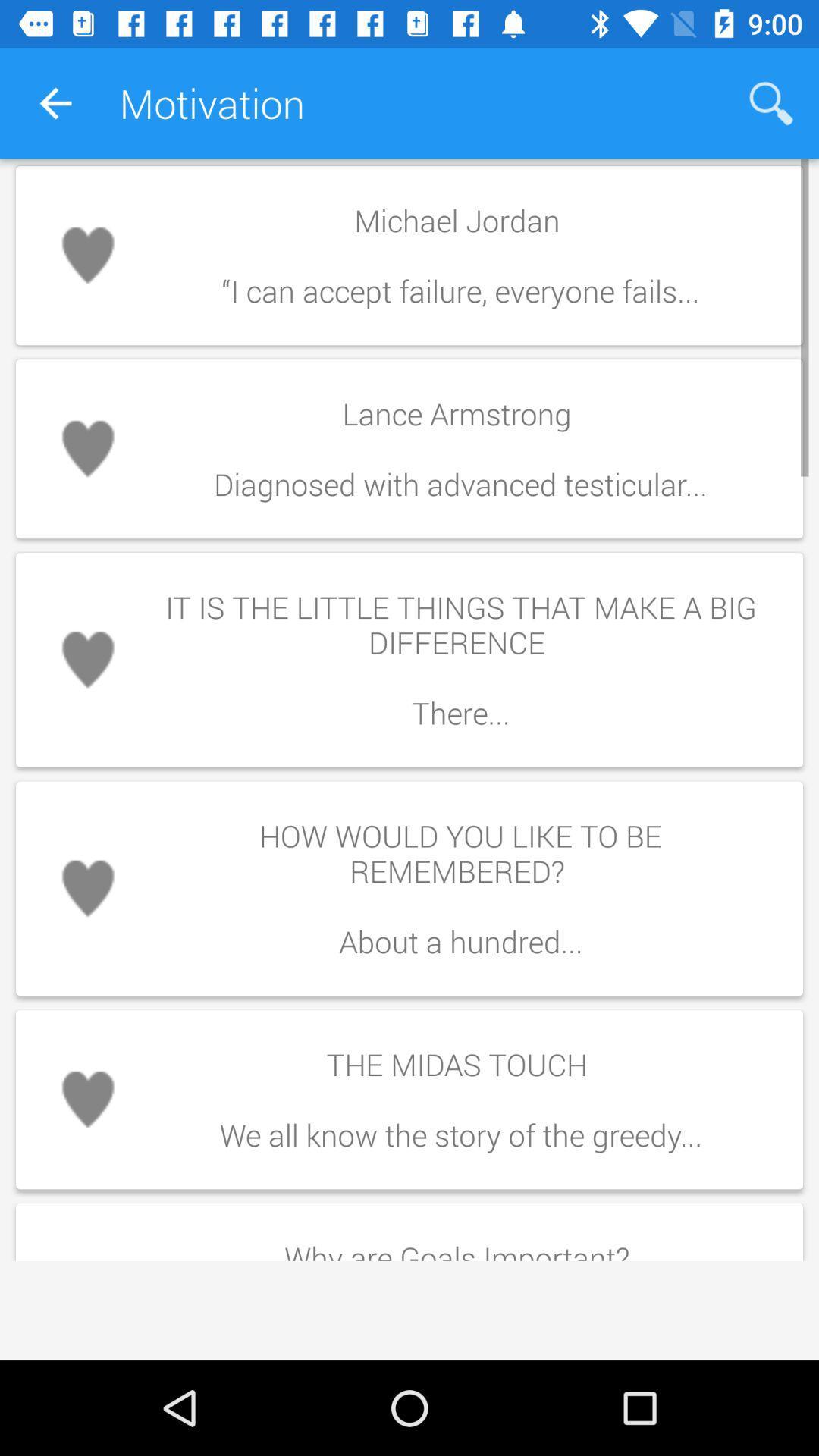 This screenshot has width=819, height=1456. I want to click on michael jordan  item, so click(460, 256).